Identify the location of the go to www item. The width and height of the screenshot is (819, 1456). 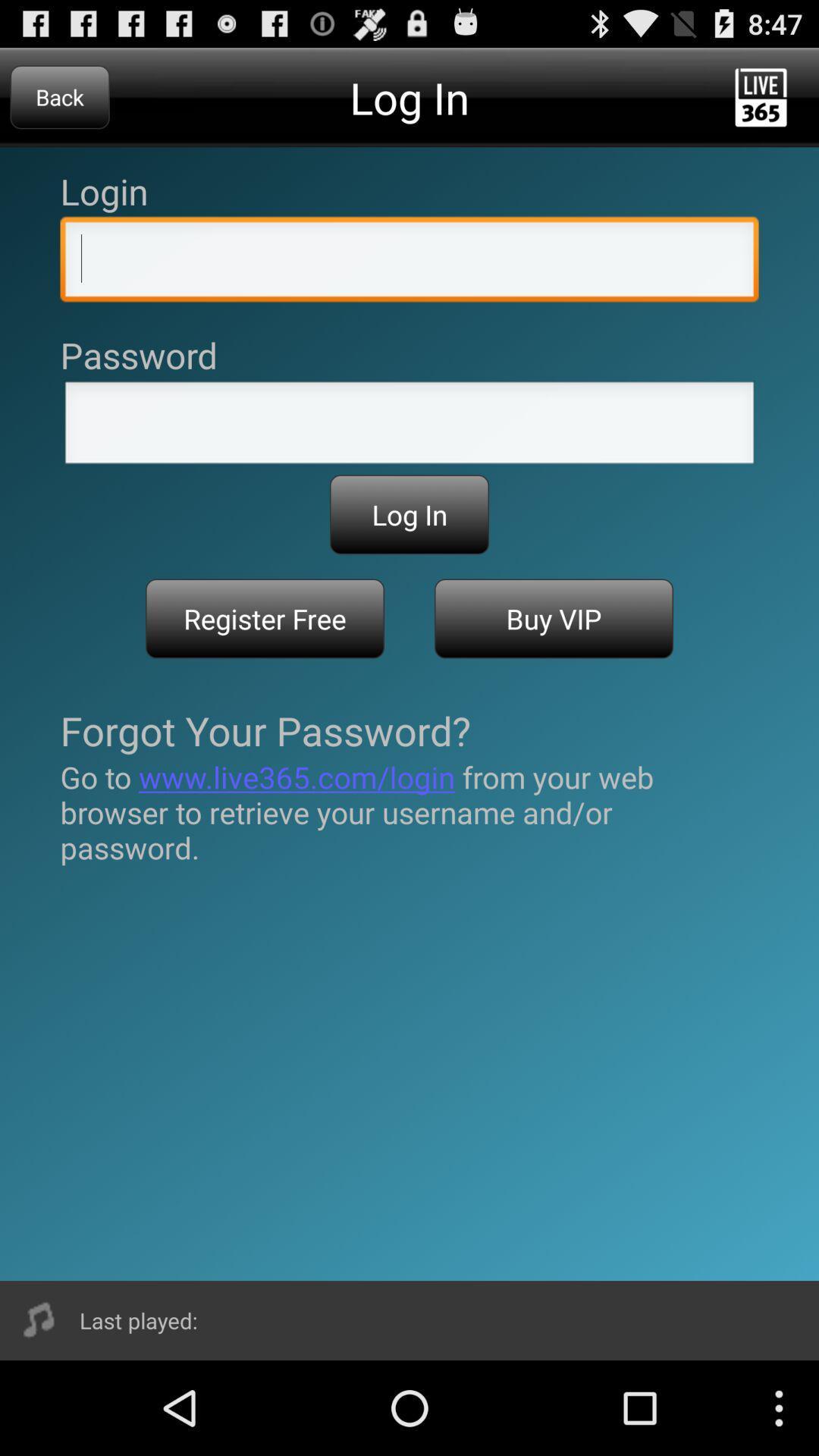
(409, 811).